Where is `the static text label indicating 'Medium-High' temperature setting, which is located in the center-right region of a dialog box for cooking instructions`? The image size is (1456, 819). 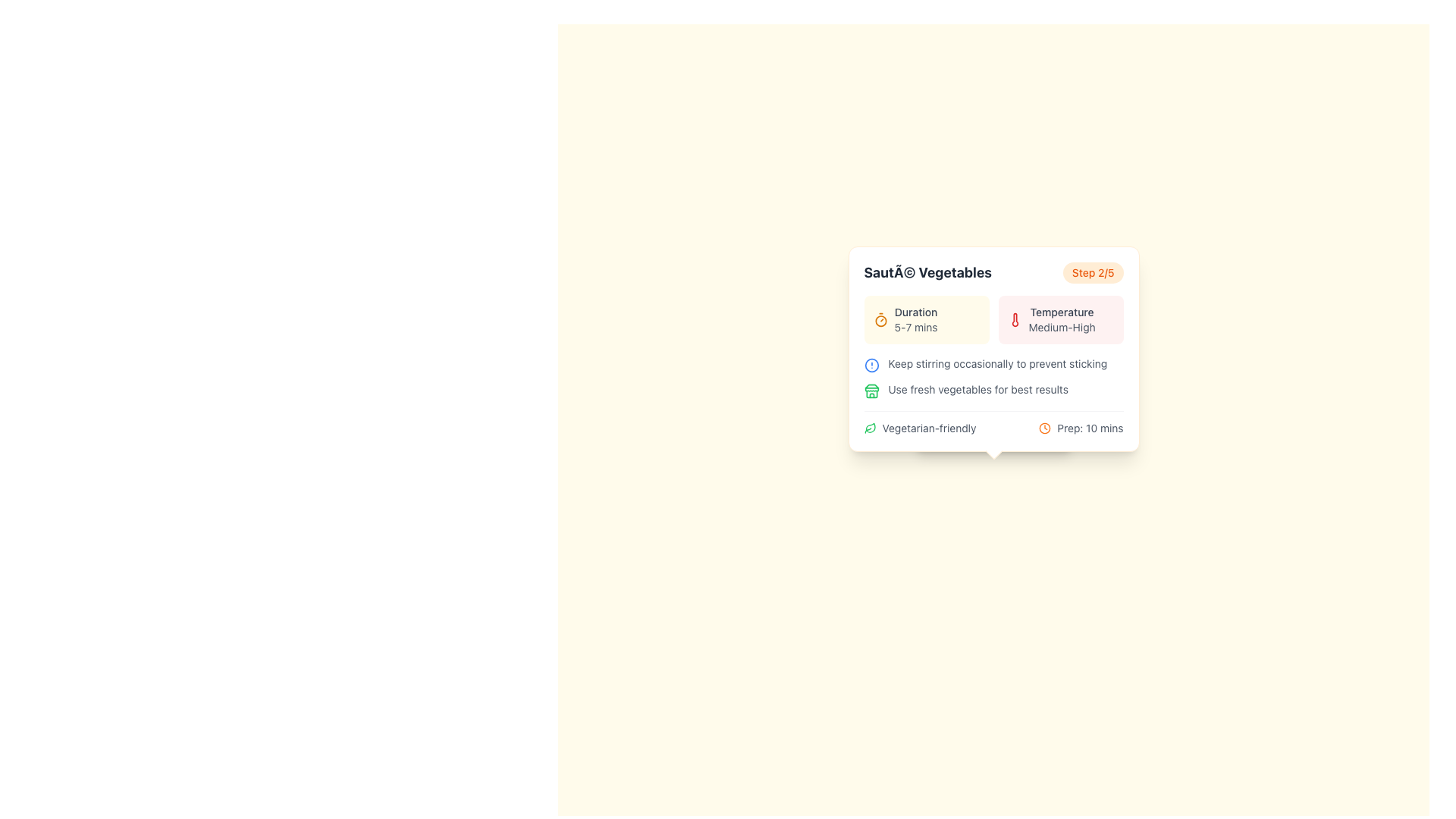 the static text label indicating 'Medium-High' temperature setting, which is located in the center-right region of a dialog box for cooking instructions is located at coordinates (1061, 312).